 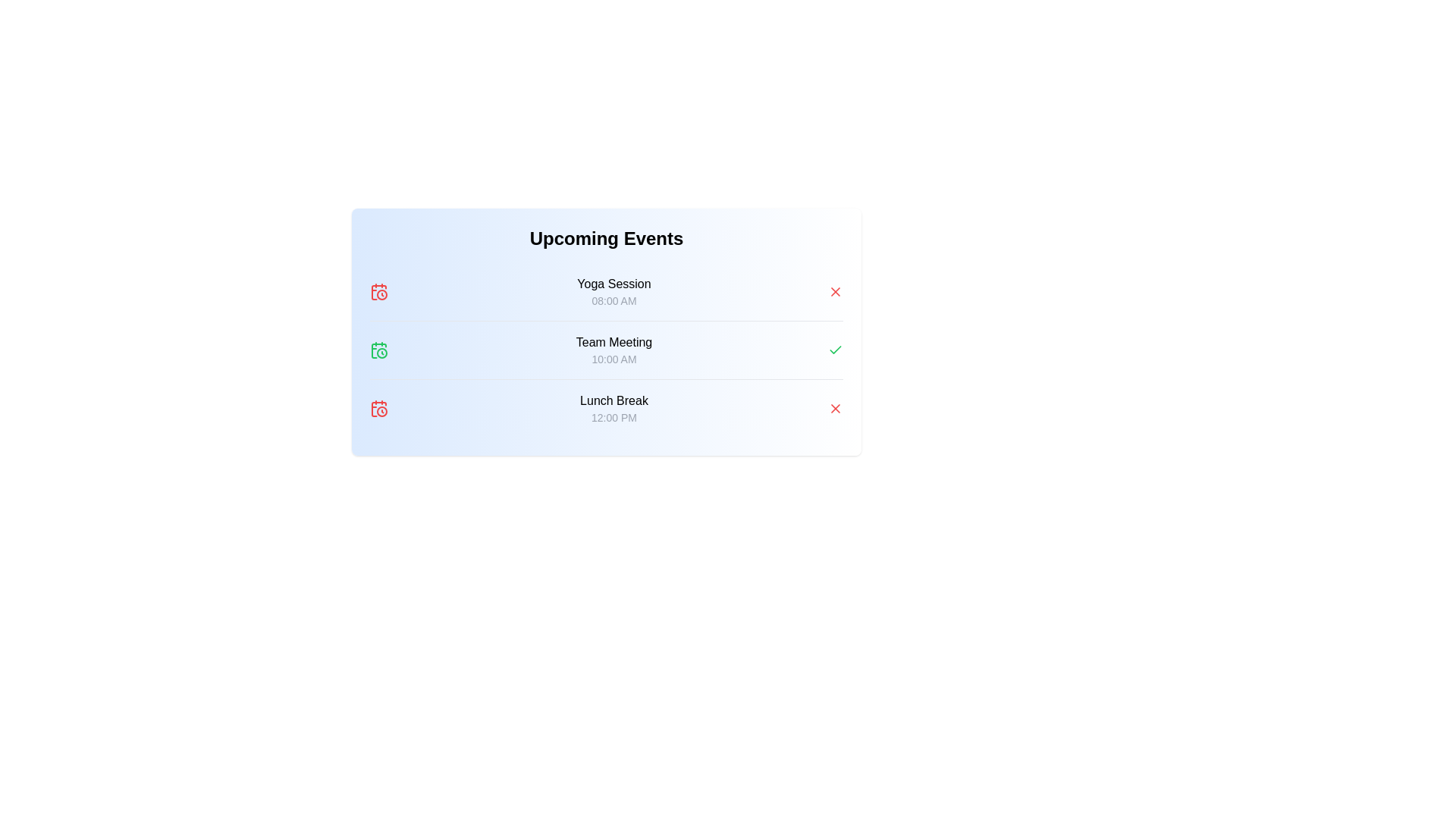 What do you see at coordinates (835, 292) in the screenshot?
I see `the delete button adjacent to the 'Yoga Session' text` at bounding box center [835, 292].